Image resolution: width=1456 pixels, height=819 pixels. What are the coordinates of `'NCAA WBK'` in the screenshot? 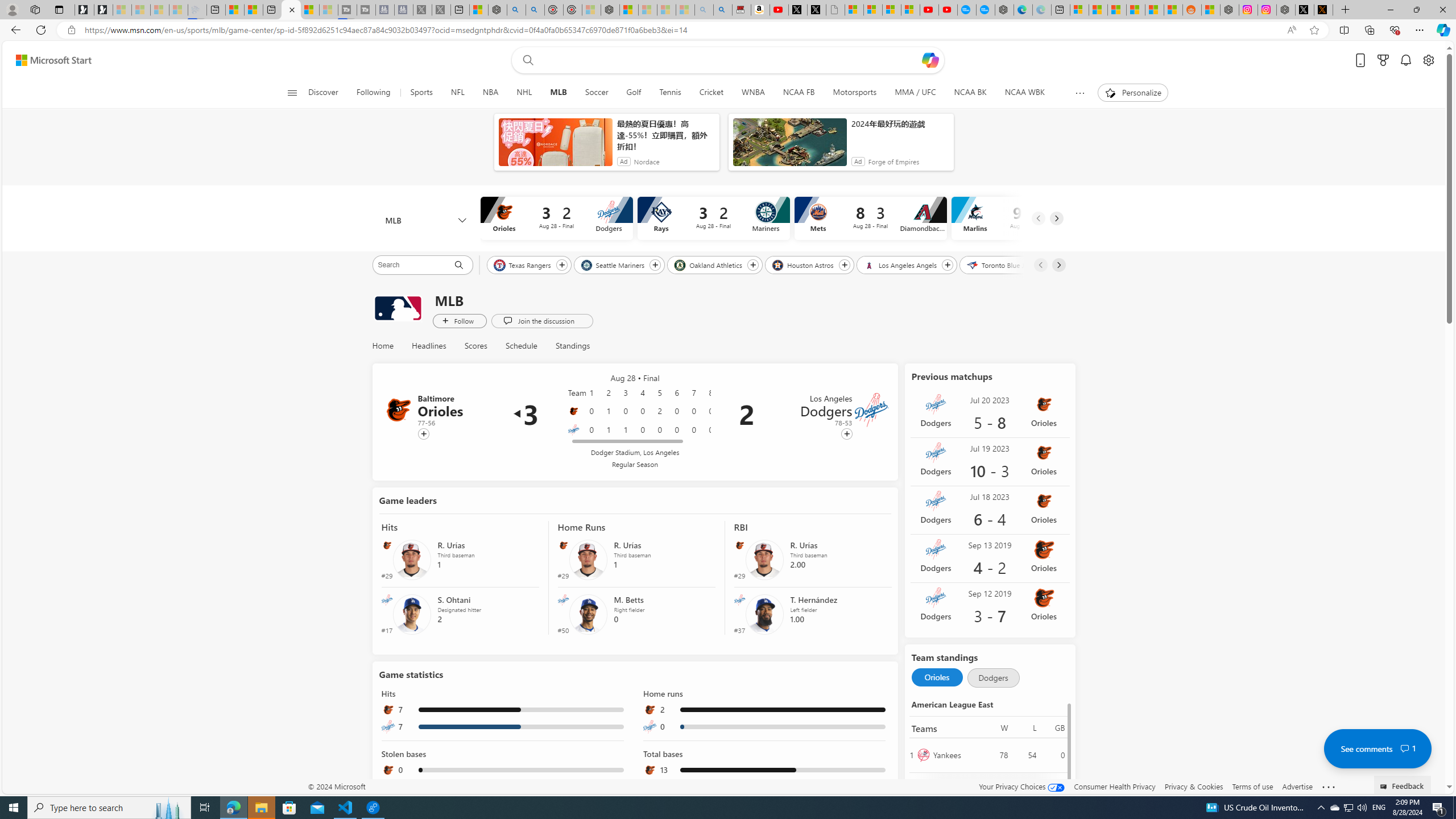 It's located at (1024, 92).